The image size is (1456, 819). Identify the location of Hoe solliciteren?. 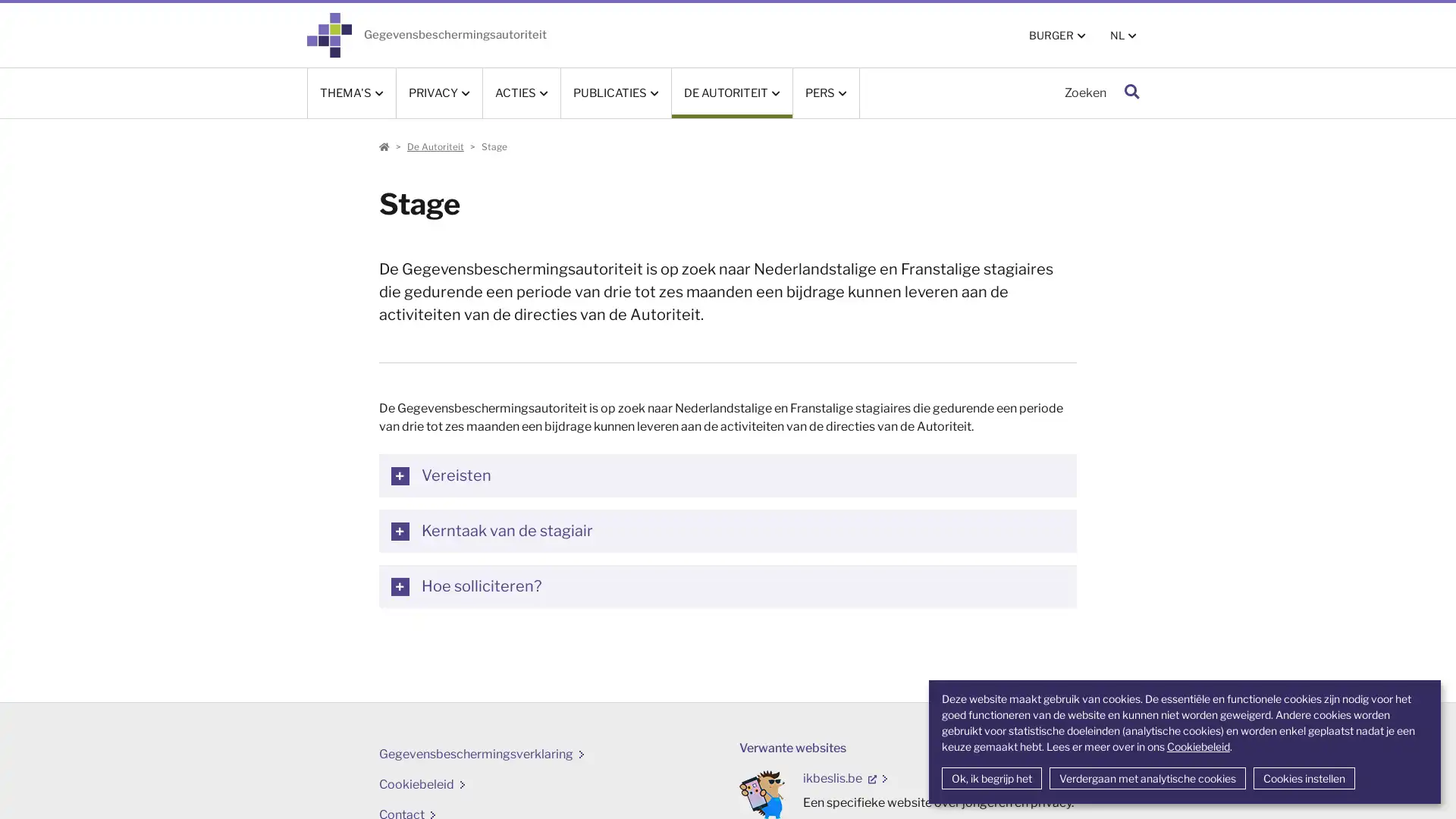
(726, 585).